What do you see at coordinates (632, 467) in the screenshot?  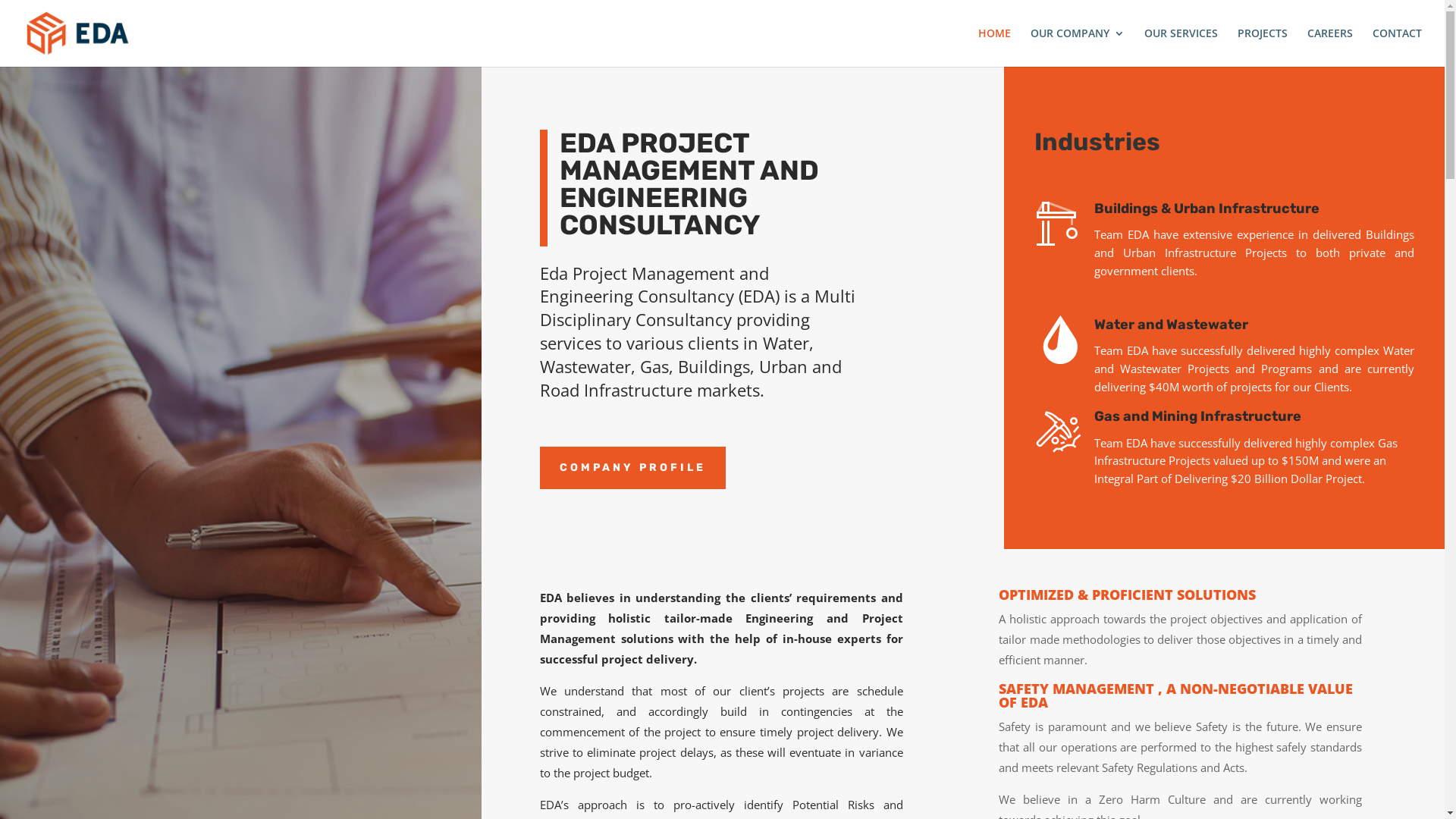 I see `'COMPANY PROFILE'` at bounding box center [632, 467].